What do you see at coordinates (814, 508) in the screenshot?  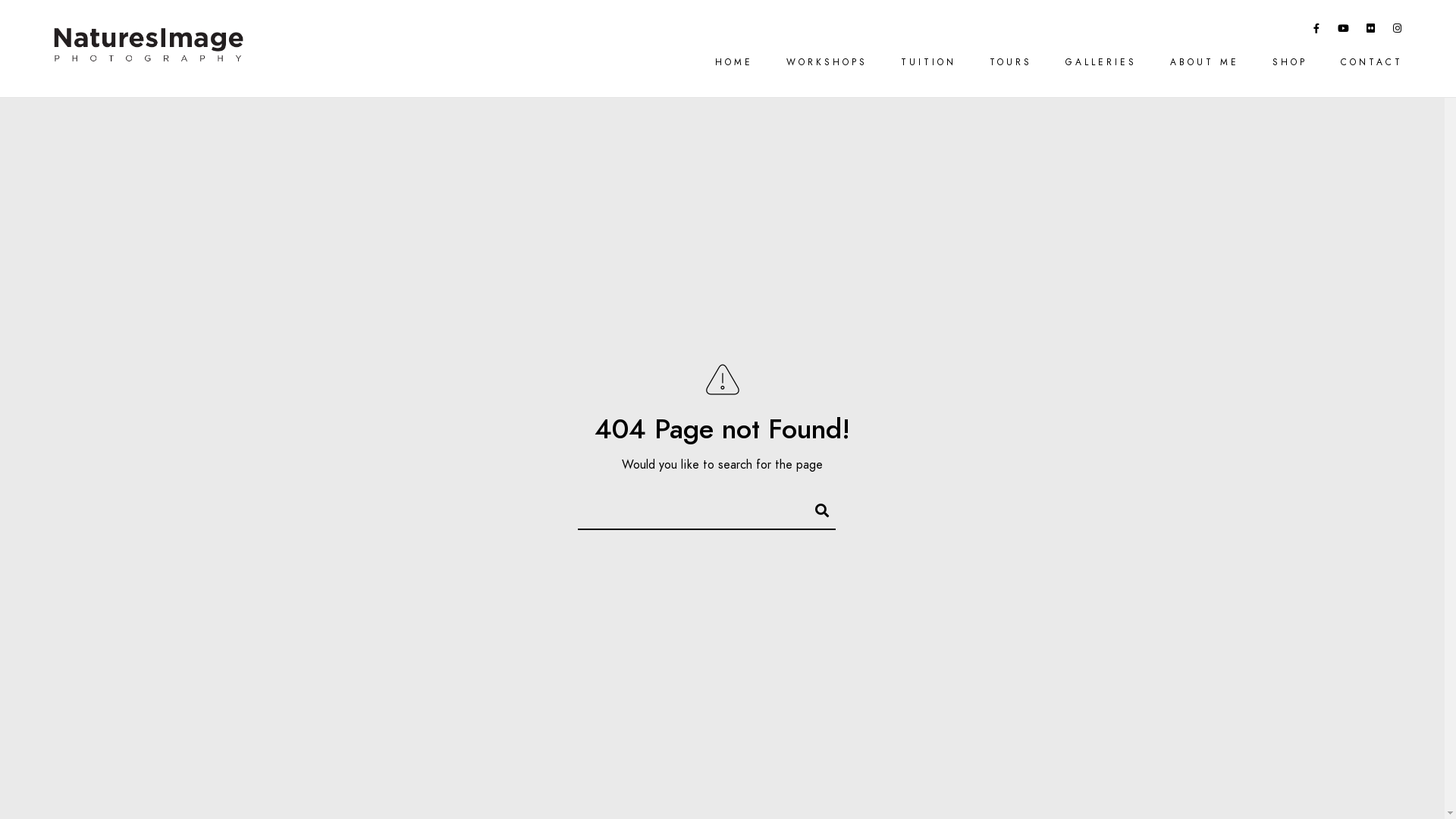 I see `'Search'` at bounding box center [814, 508].